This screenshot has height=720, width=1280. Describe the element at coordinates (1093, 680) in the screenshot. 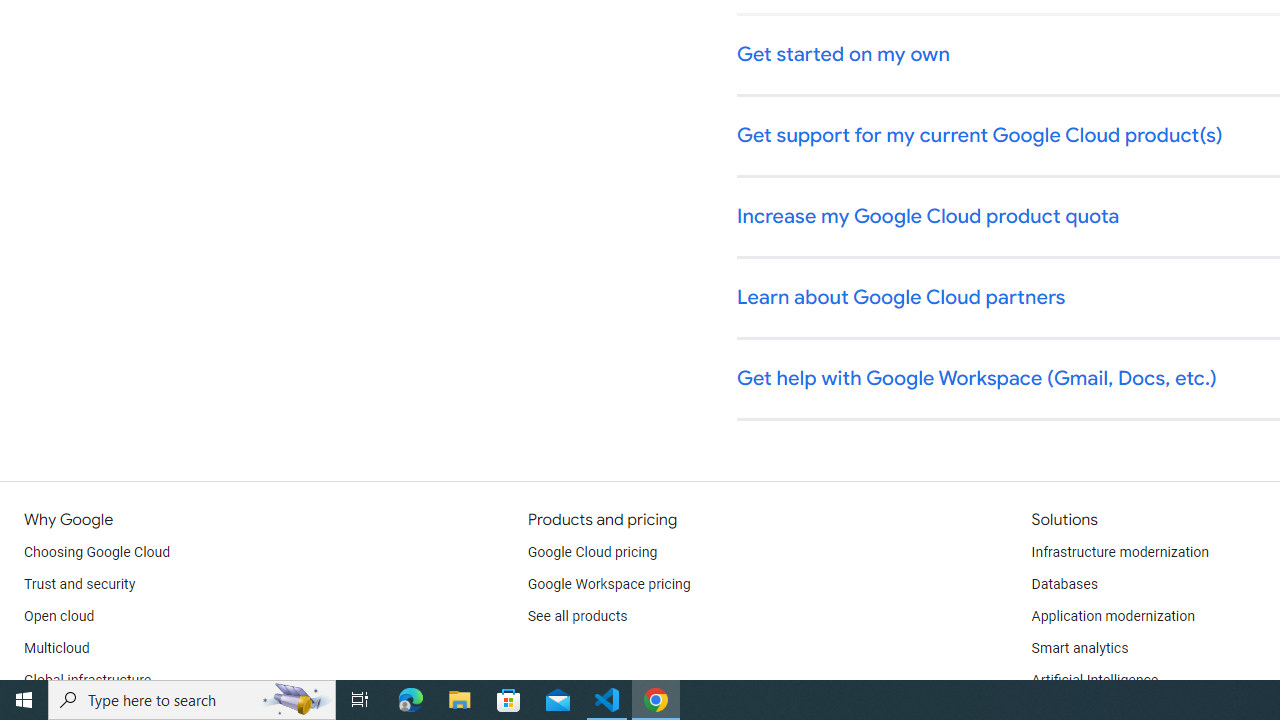

I see `'Artificial Intelligence'` at that location.